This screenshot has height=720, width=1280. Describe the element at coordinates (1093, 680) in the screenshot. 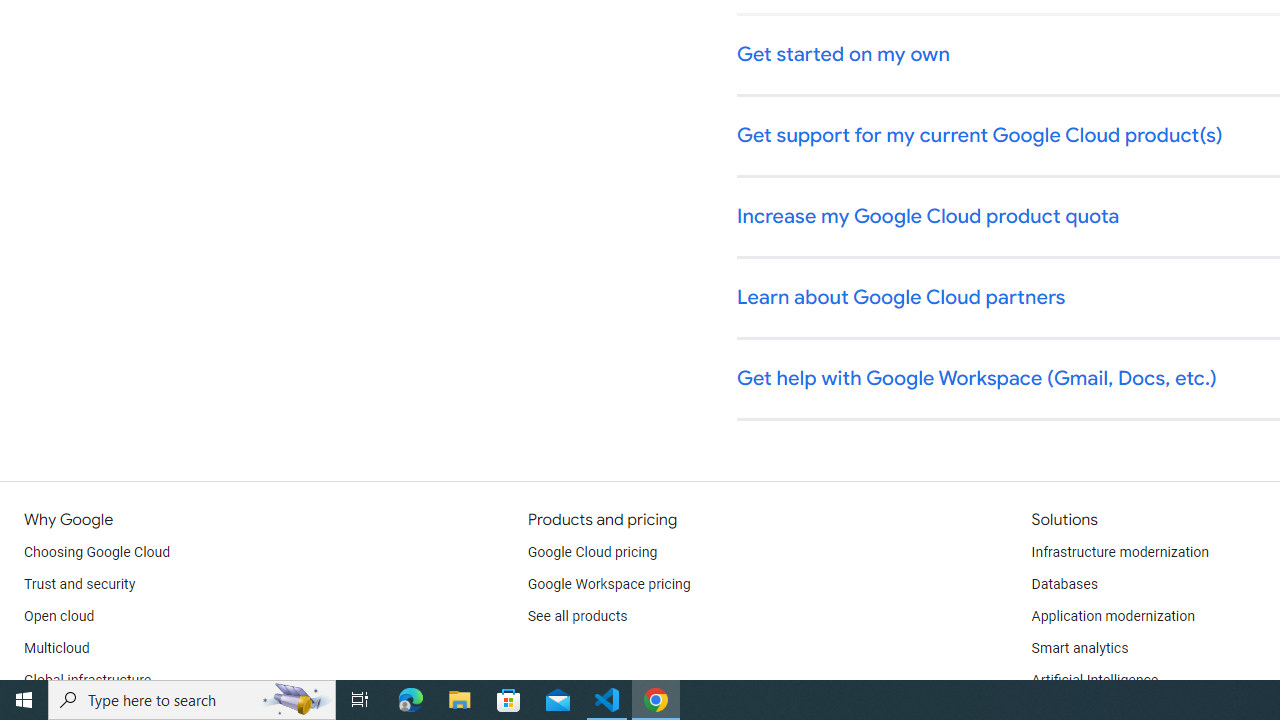

I see `'Artificial Intelligence'` at that location.